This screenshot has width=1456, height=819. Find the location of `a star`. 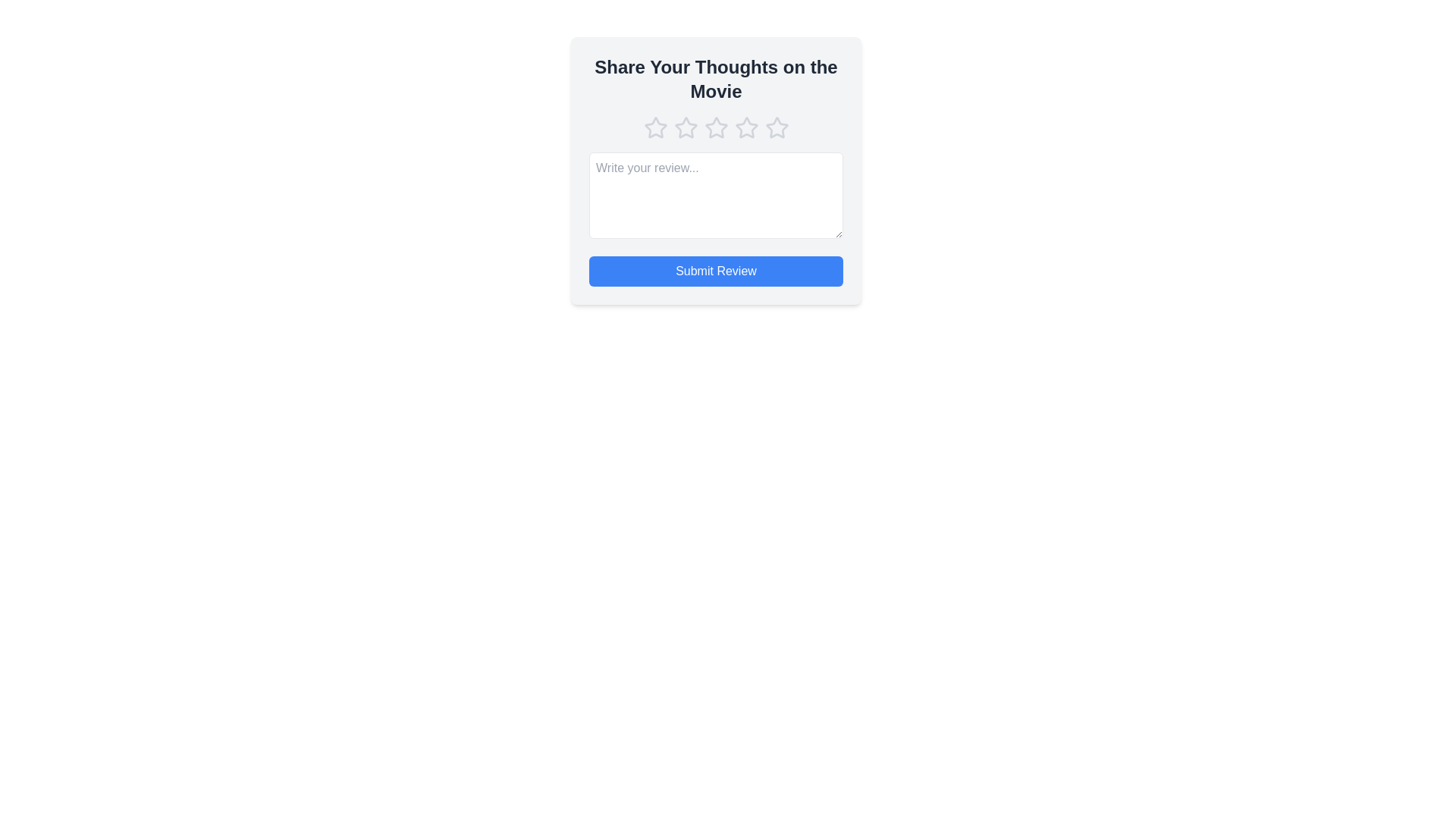

a star is located at coordinates (715, 127).